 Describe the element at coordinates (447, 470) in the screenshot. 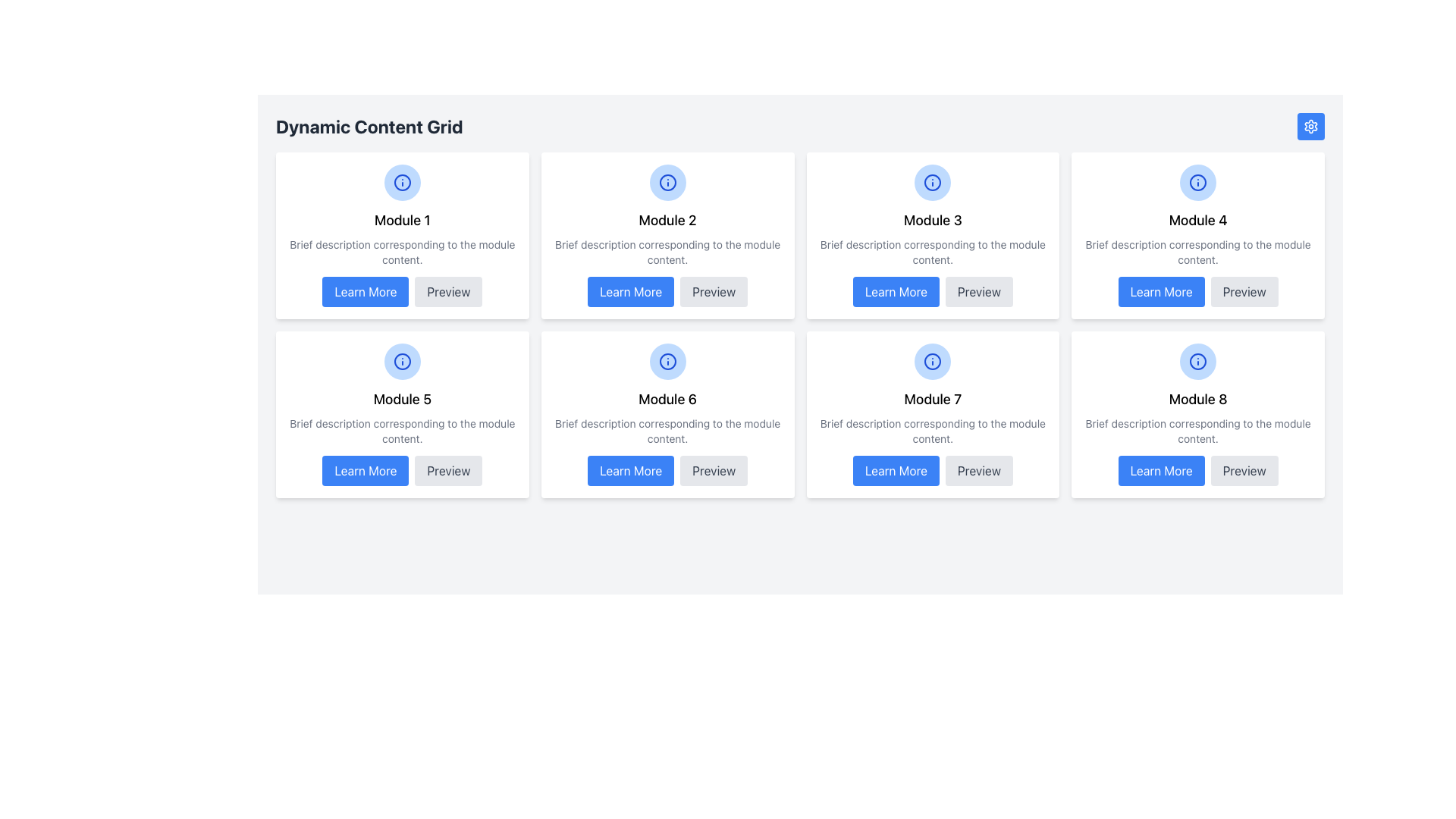

I see `the 'Preview' button located in the fifth module card under the 'Dynamic Content Grid' section` at that location.